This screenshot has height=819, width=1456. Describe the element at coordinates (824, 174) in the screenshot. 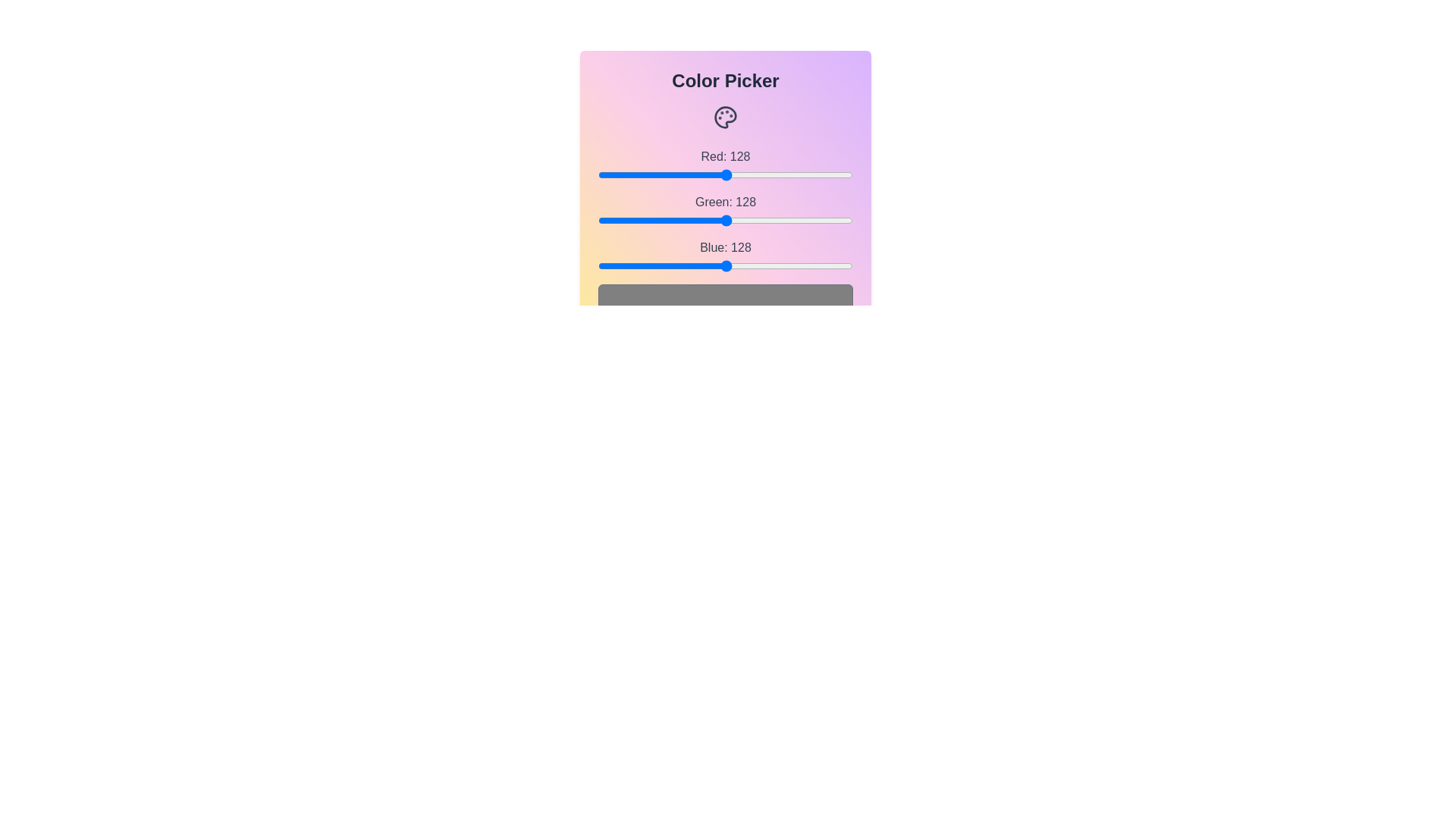

I see `the red slider to set the red channel to 227` at that location.